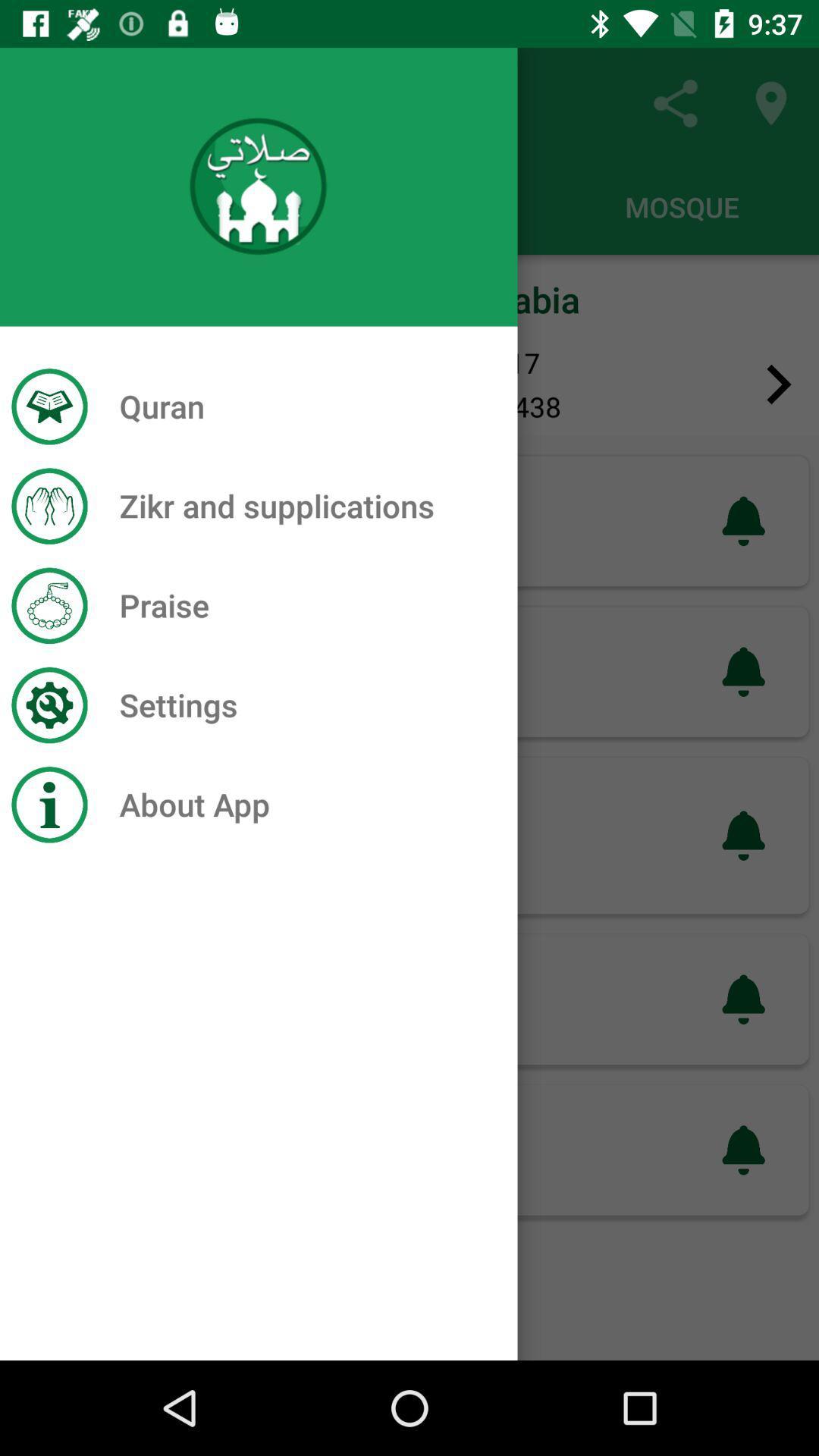 This screenshot has width=819, height=1456. Describe the element at coordinates (39, 384) in the screenshot. I see `the book icon` at that location.